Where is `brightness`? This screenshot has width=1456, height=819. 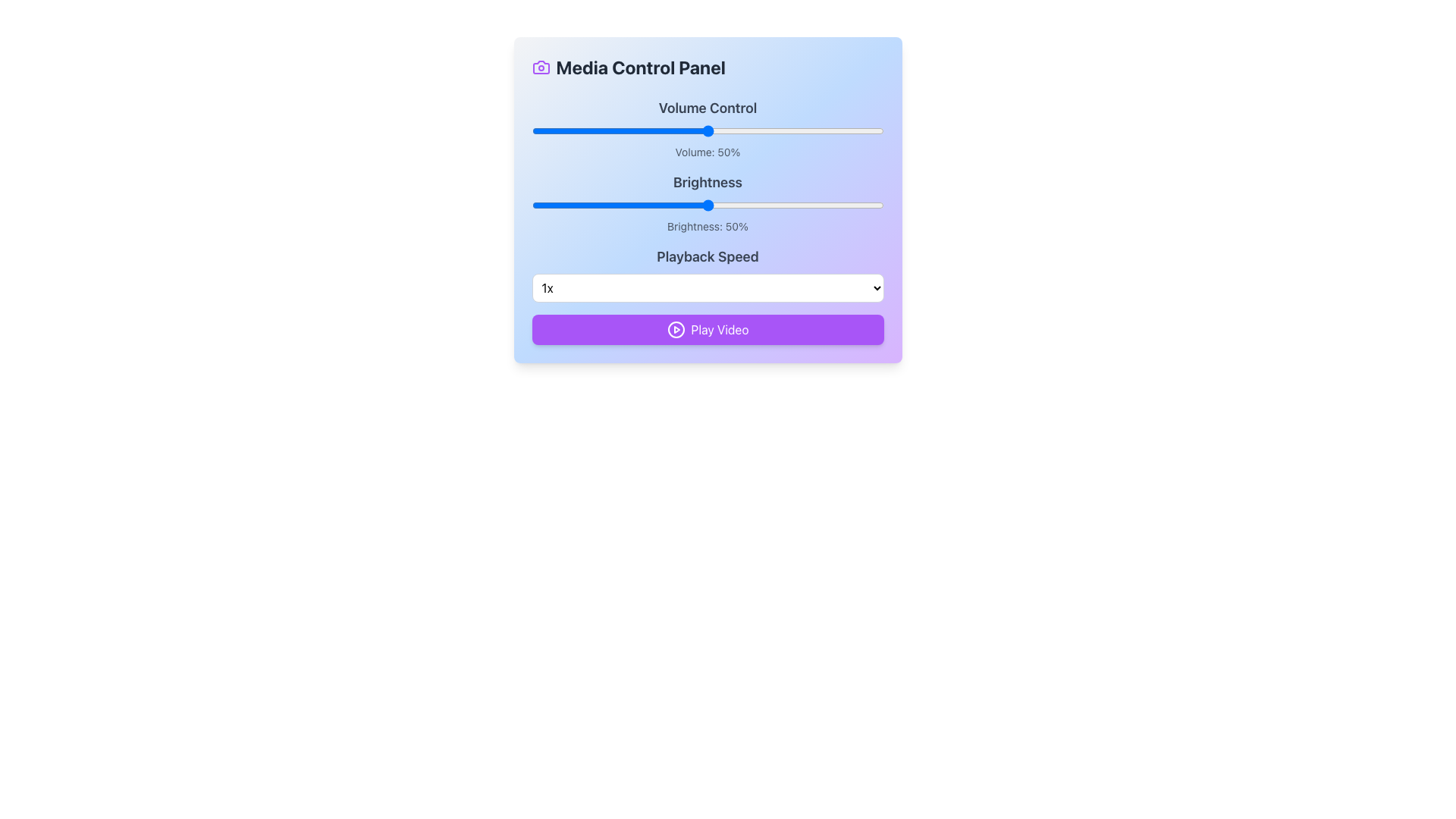
brightness is located at coordinates (724, 205).